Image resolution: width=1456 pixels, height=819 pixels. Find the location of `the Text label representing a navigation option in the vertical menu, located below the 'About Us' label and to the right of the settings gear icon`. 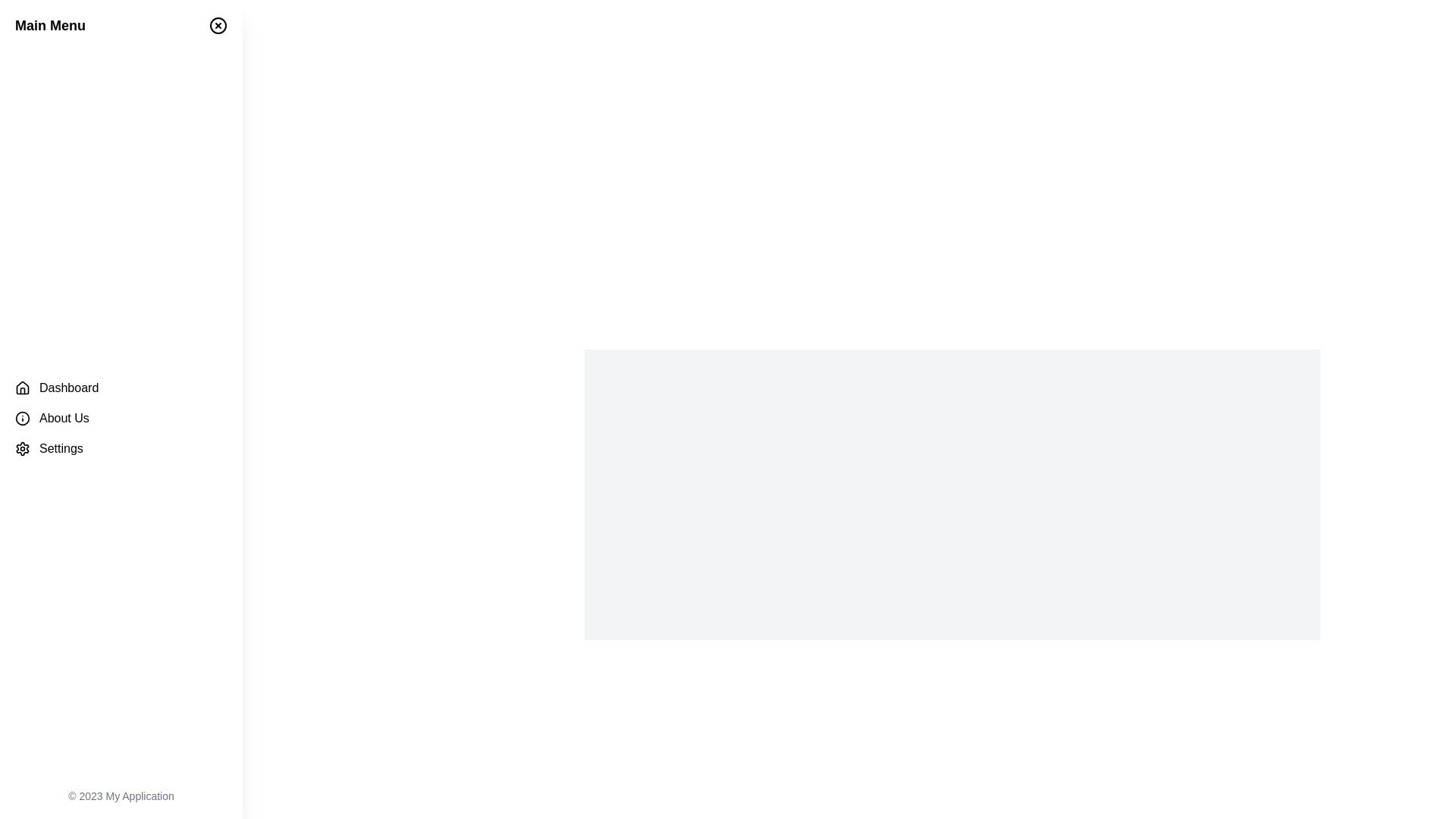

the Text label representing a navigation option in the vertical menu, located below the 'About Us' label and to the right of the settings gear icon is located at coordinates (61, 447).